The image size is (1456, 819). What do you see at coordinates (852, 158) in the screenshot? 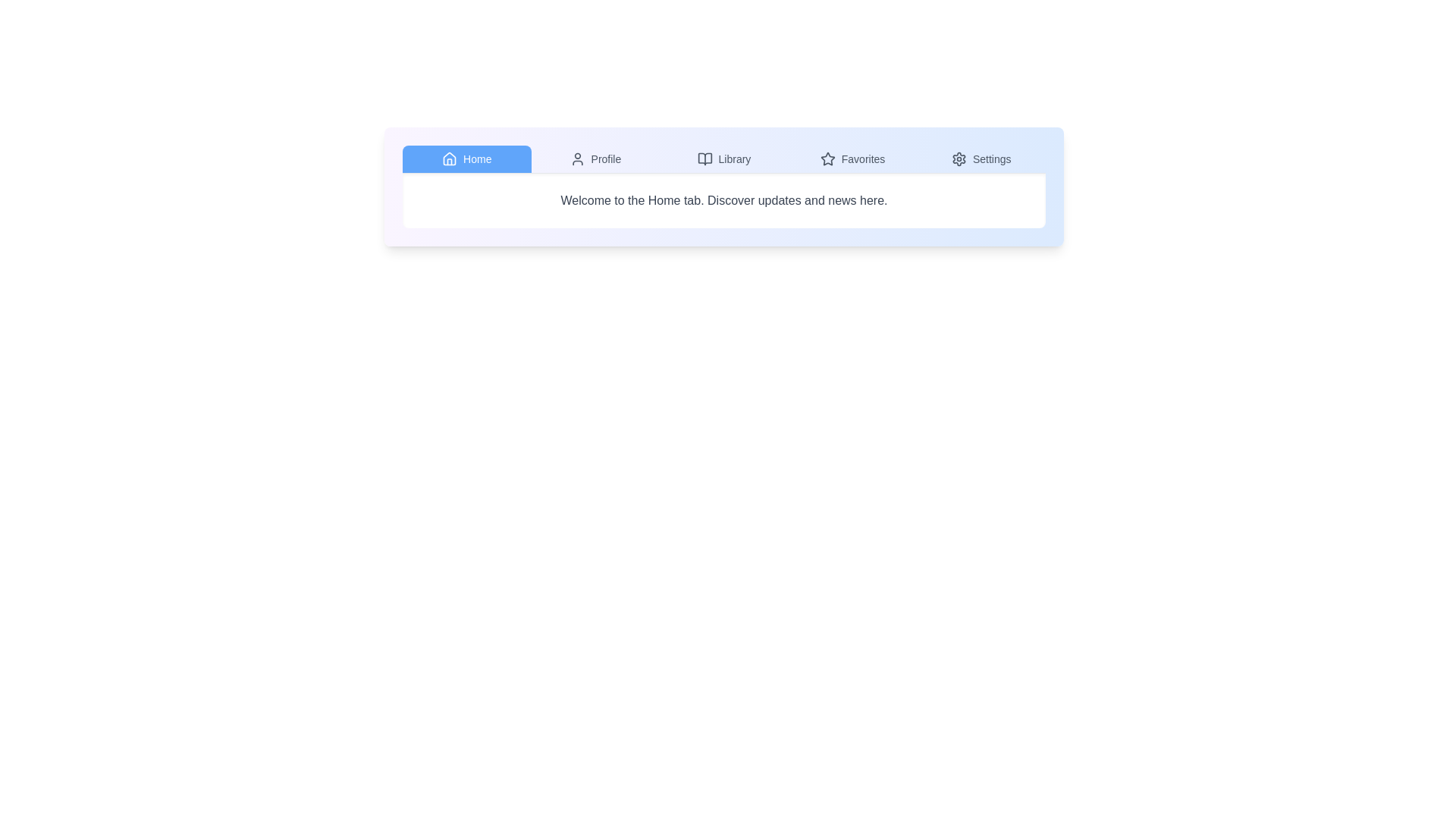
I see `the 'Favorites' tab in the navigation menu` at bounding box center [852, 158].